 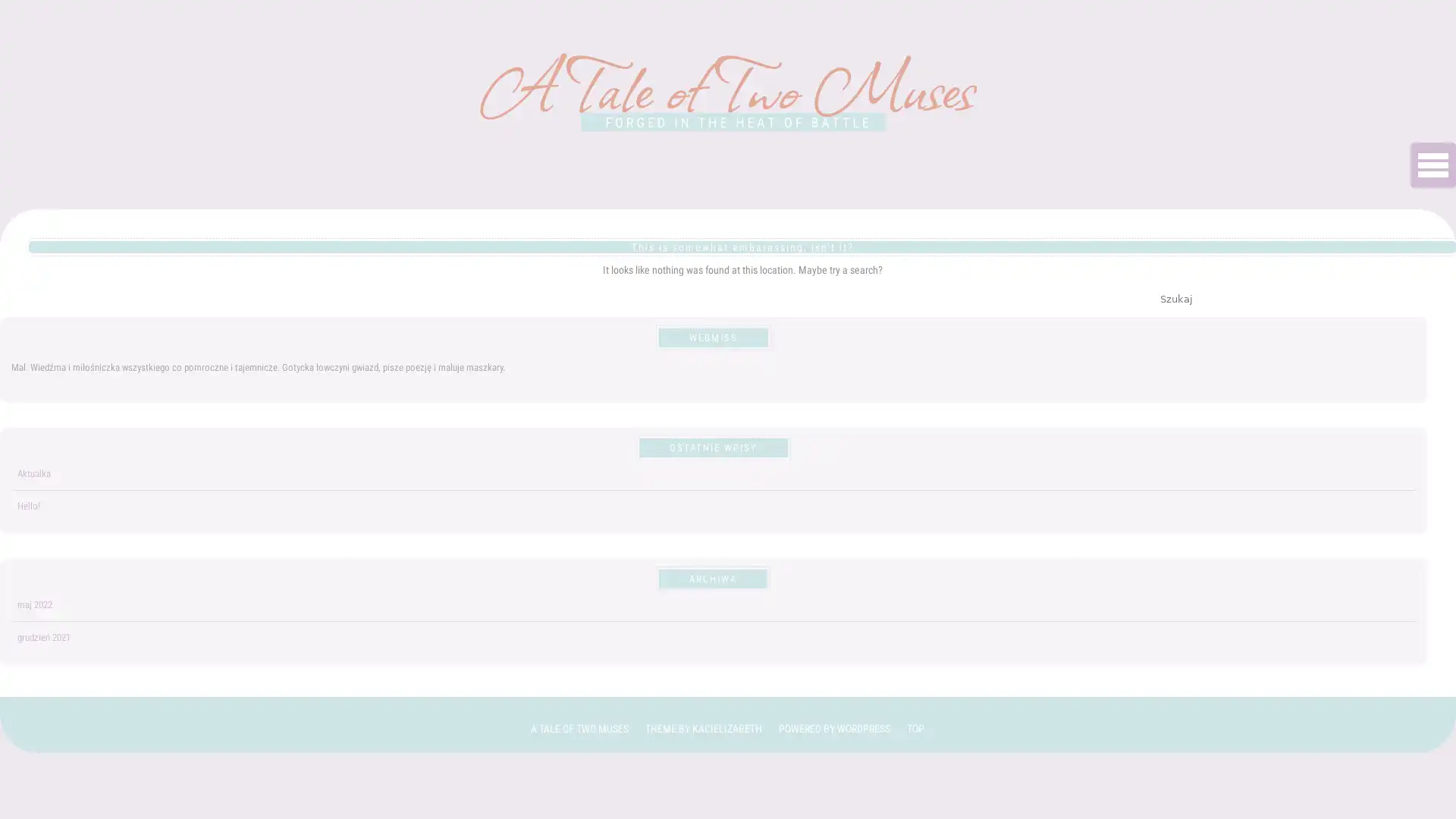 I want to click on Szukaj, so click(x=1175, y=298).